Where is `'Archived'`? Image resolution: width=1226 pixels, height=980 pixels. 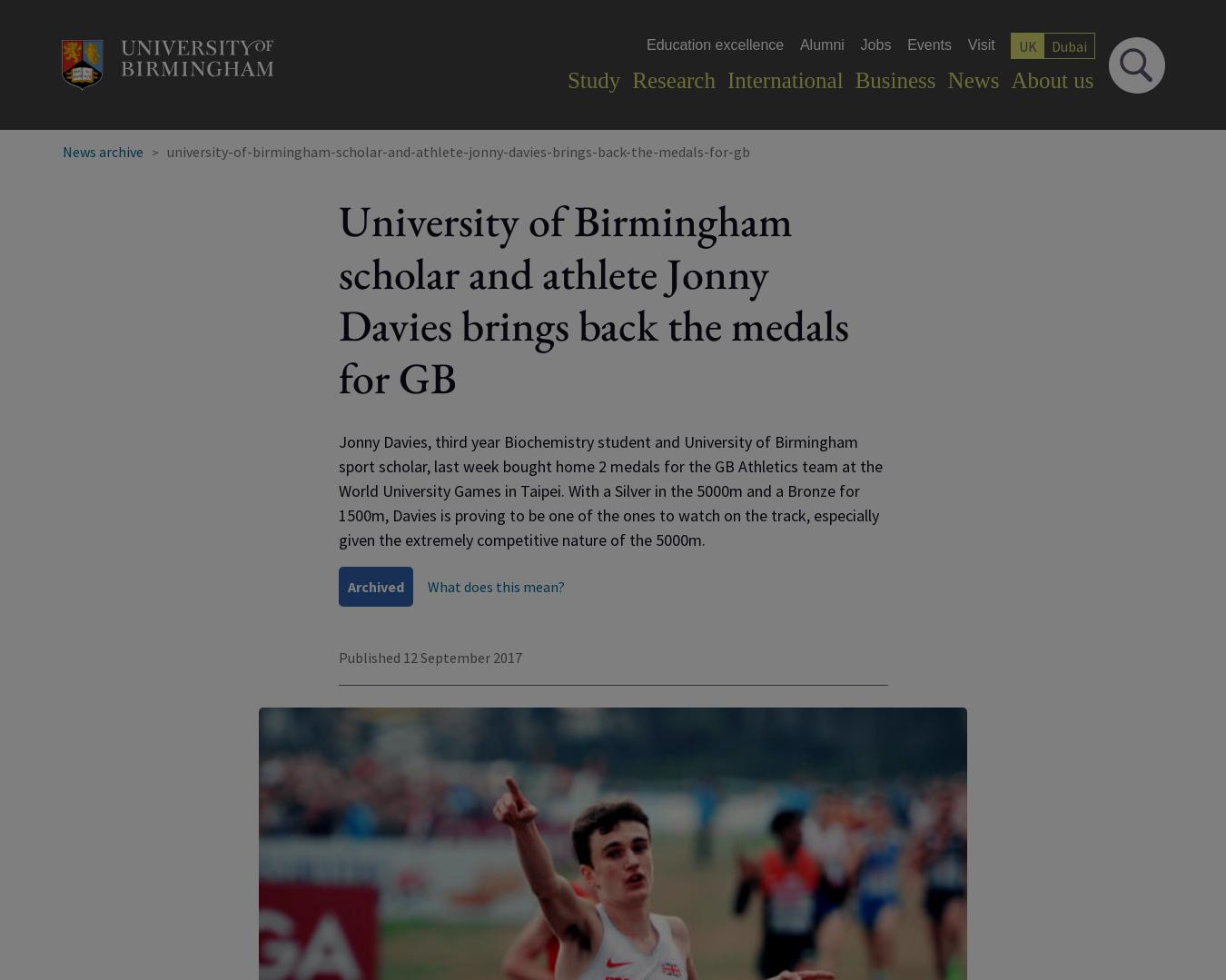 'Archived' is located at coordinates (374, 585).